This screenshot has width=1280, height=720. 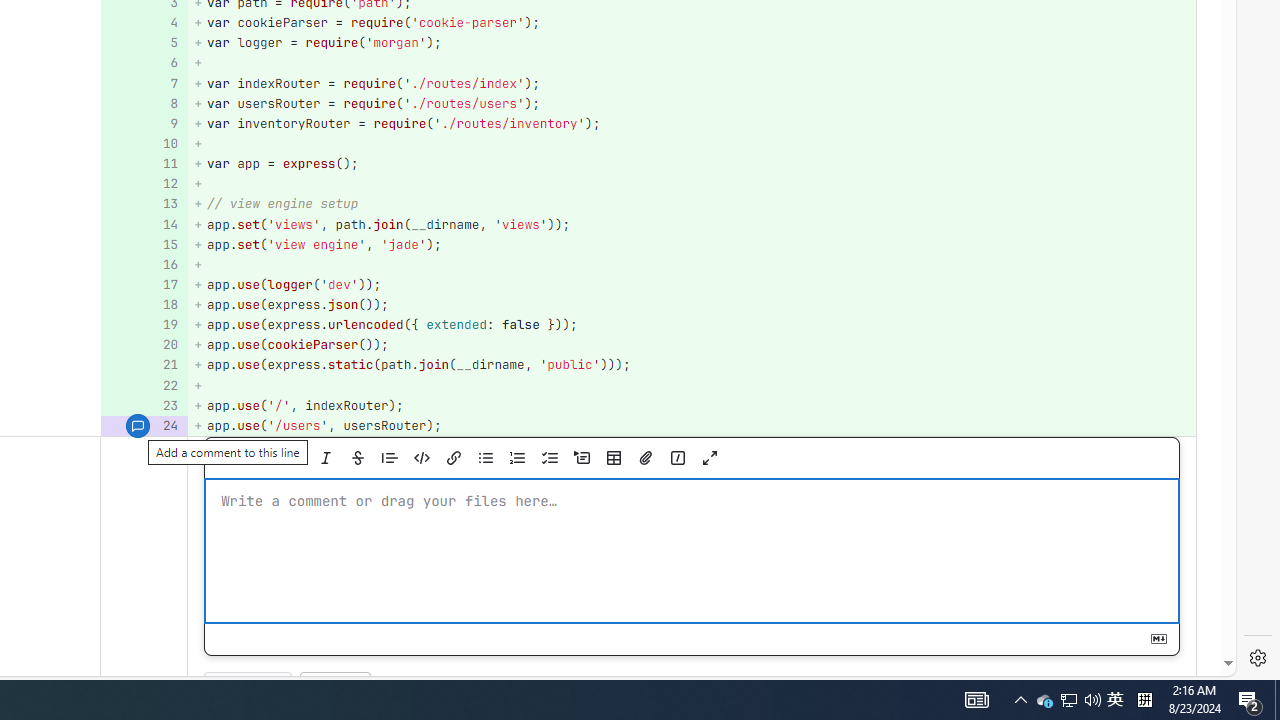 What do you see at coordinates (143, 82) in the screenshot?
I see `'Add a comment to this line 7'` at bounding box center [143, 82].